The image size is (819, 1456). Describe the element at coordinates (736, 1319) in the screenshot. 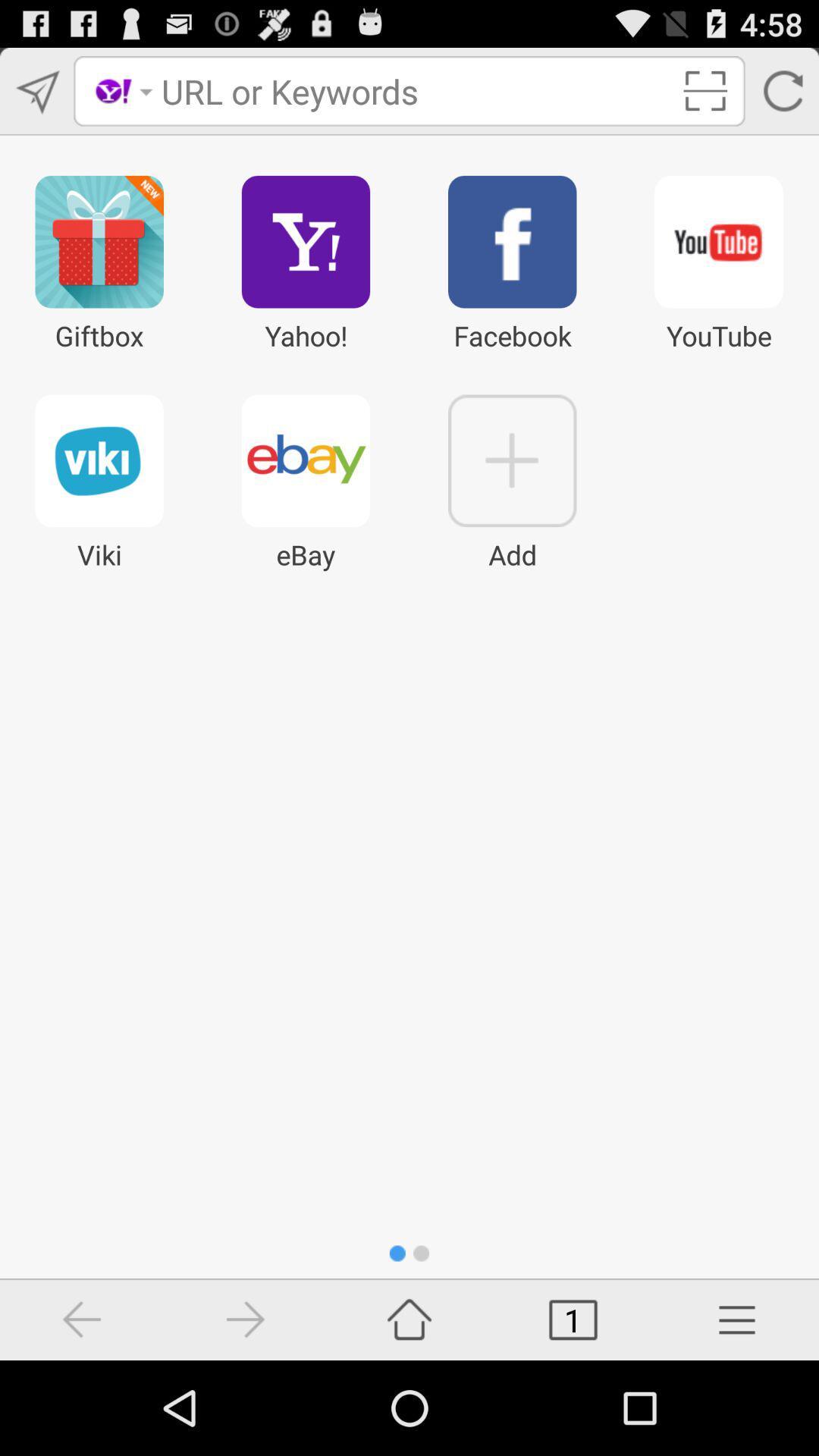

I see `more options` at that location.